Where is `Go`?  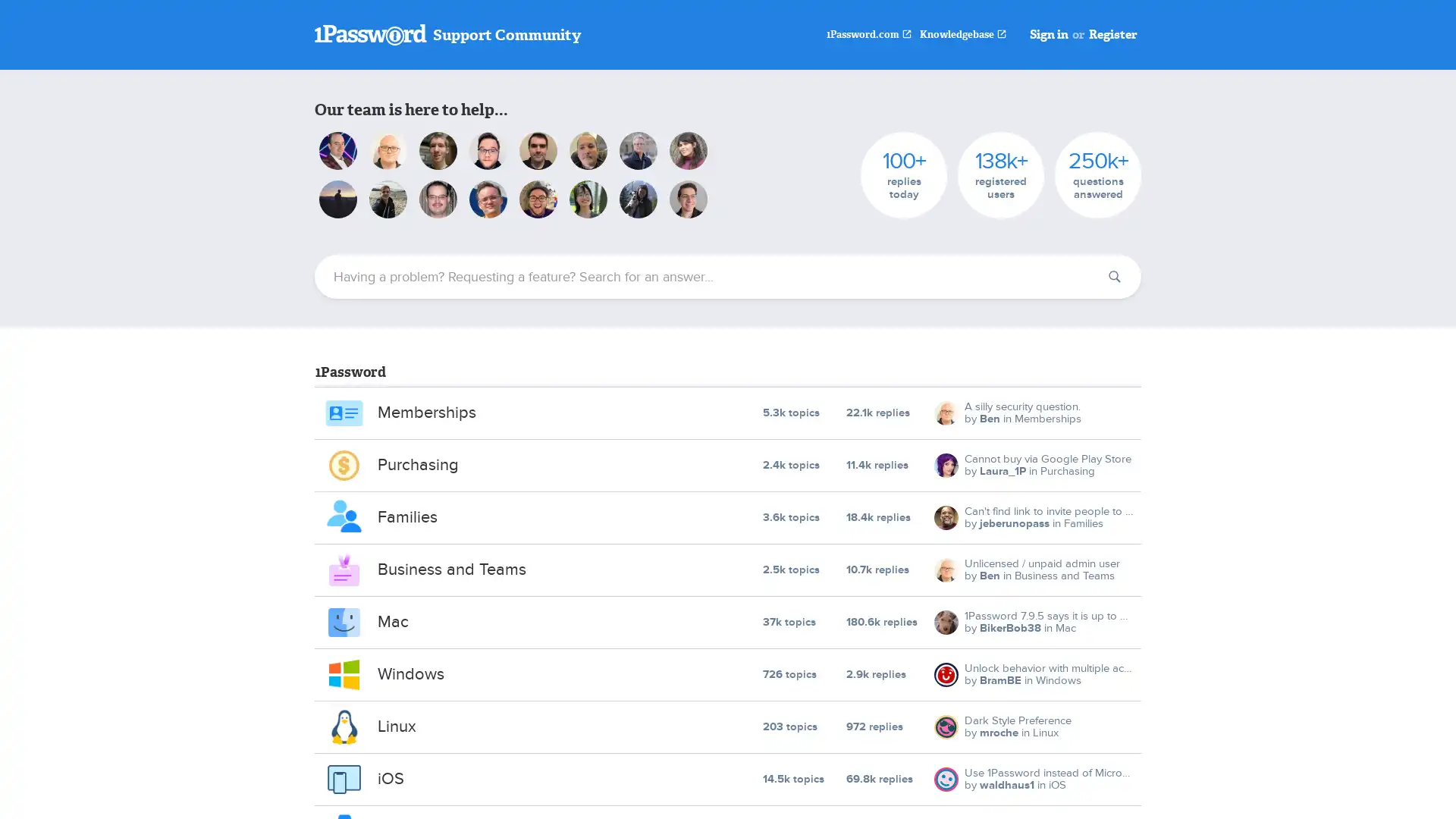 Go is located at coordinates (1114, 277).